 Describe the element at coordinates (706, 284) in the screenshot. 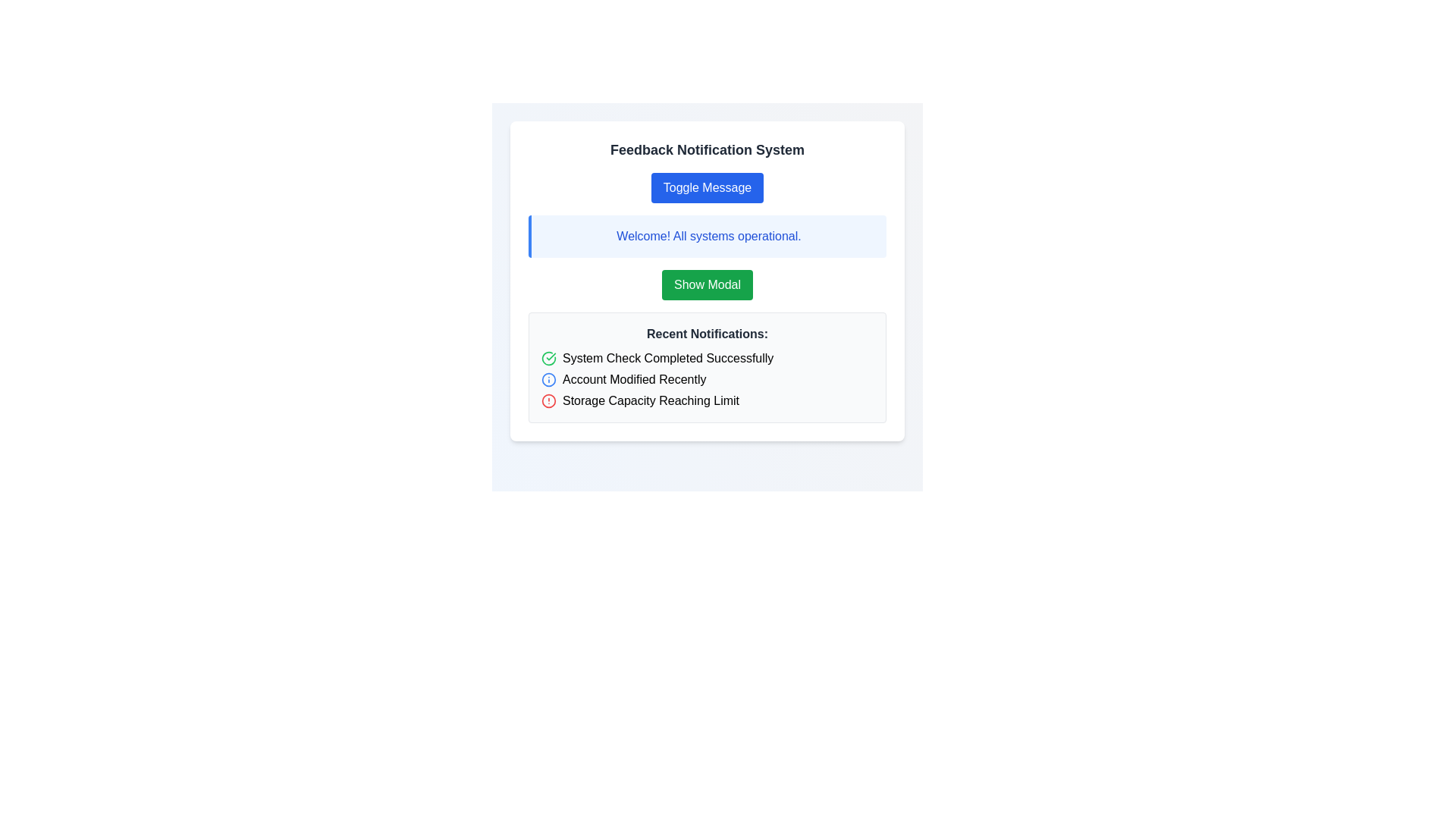

I see `the third button located beneath the 'Toggle Message' blue button` at that location.